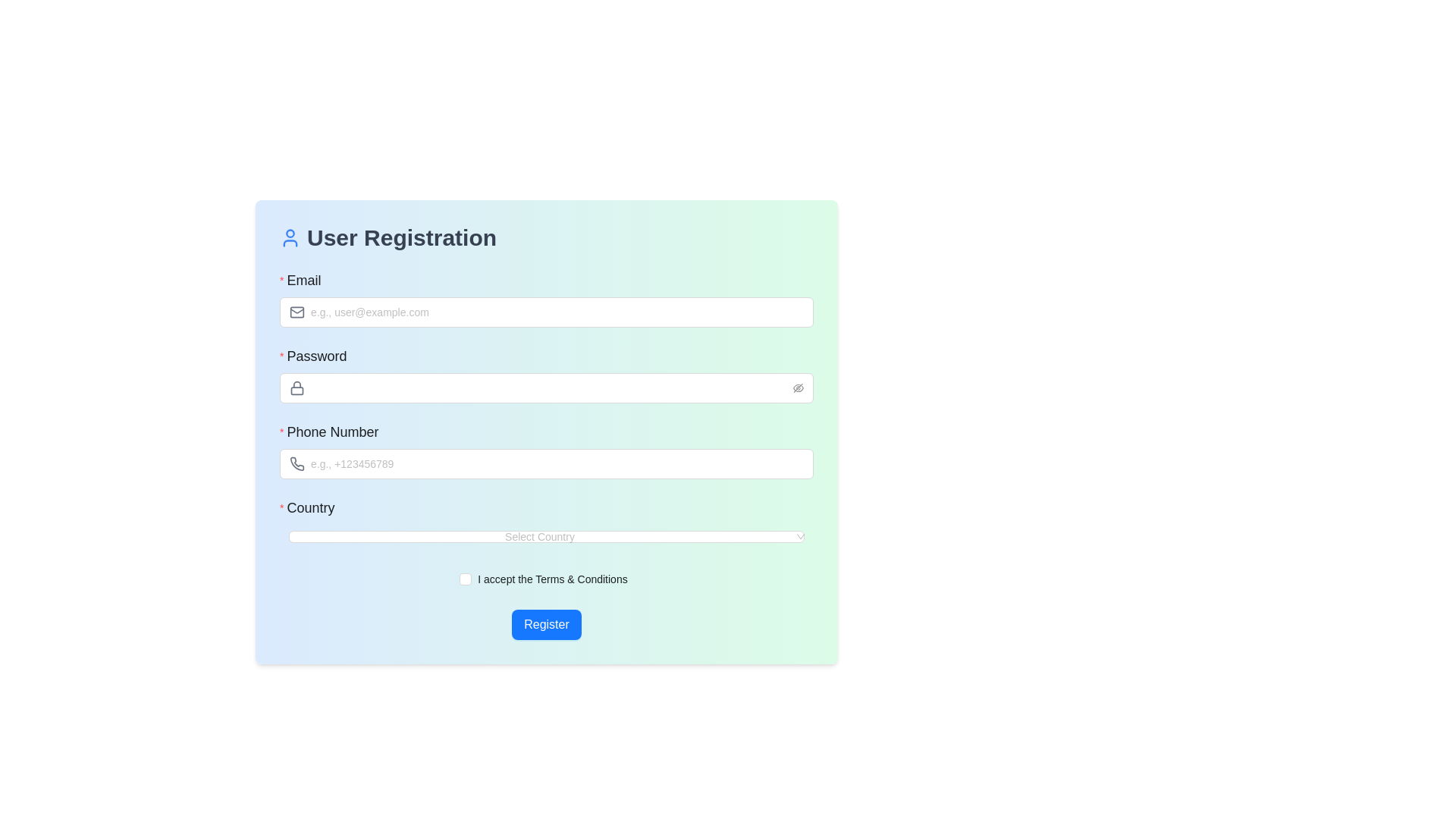 This screenshot has height=819, width=1456. I want to click on the 'Password' text label, which is styled with a medium font weight and larger size, situated above the password input field in the user registration form, so click(315, 356).